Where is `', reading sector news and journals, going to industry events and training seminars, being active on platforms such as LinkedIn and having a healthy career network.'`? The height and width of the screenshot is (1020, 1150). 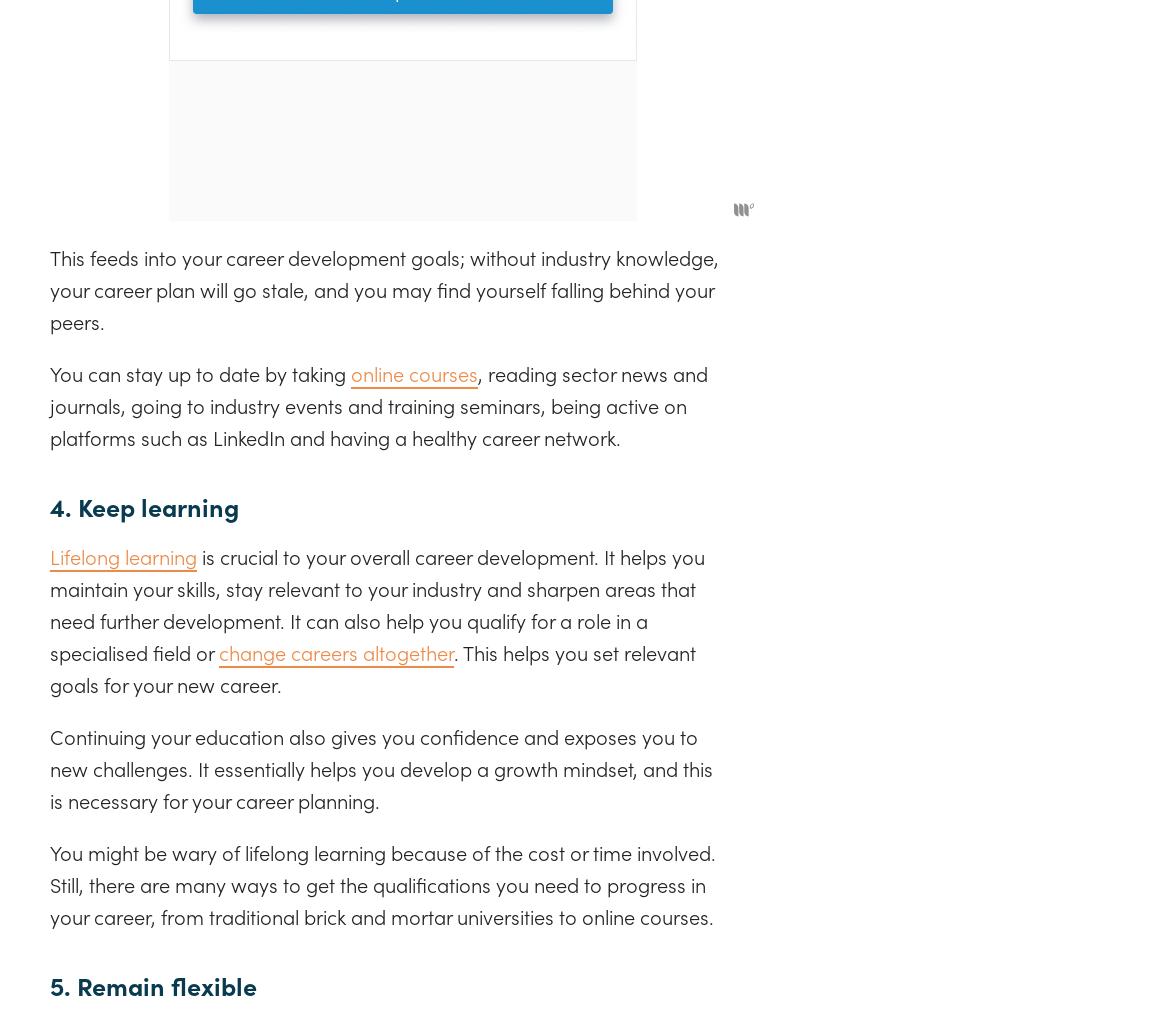 ', reading sector news and journals, going to industry events and training seminars, being active on platforms such as LinkedIn and having a healthy career network.' is located at coordinates (379, 404).